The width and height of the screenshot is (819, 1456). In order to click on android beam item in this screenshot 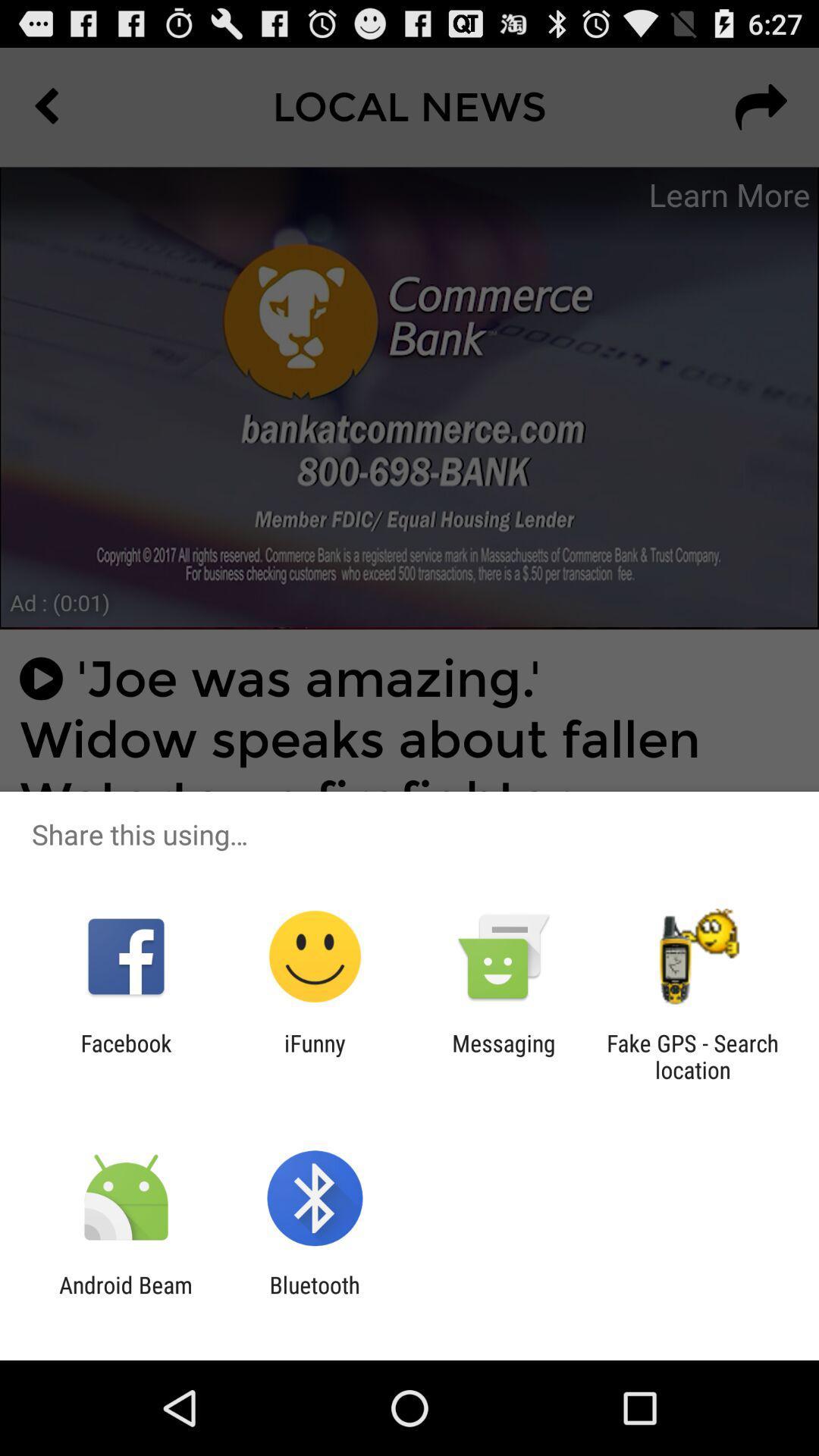, I will do `click(125, 1298)`.